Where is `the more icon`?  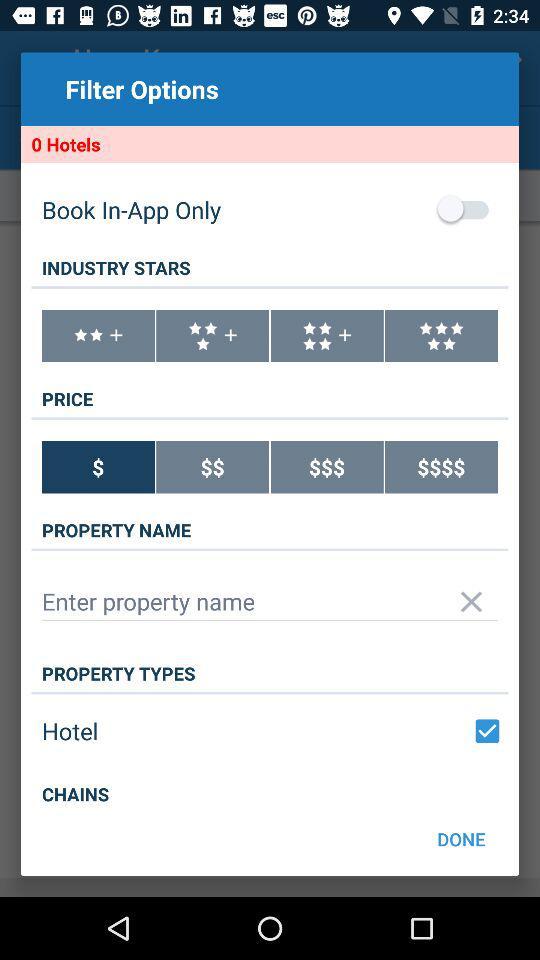
the more icon is located at coordinates (97, 359).